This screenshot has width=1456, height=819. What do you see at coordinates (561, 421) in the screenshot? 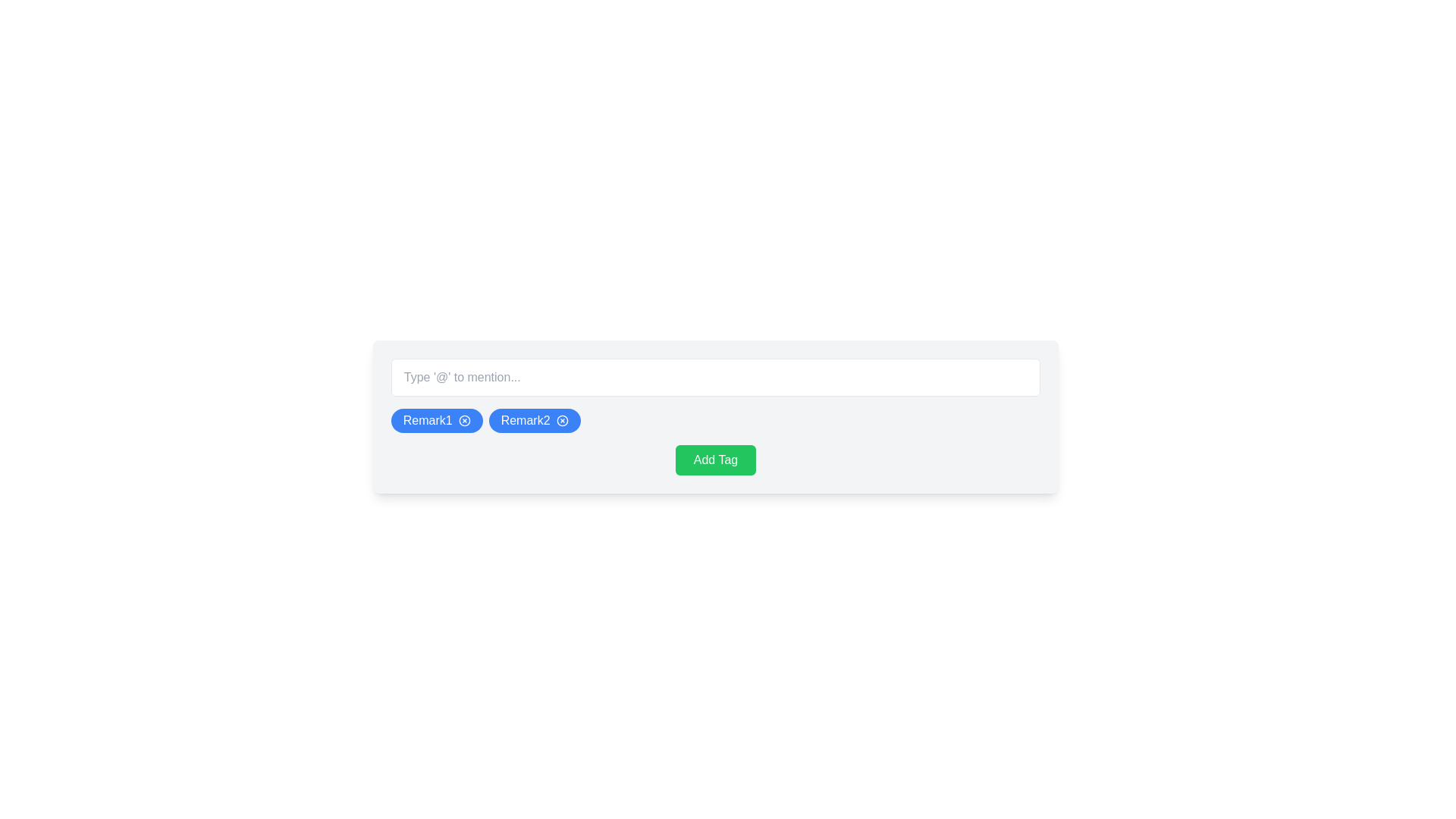
I see `the deletion icon button located to the immediate right of the 'Remark2' label` at bounding box center [561, 421].